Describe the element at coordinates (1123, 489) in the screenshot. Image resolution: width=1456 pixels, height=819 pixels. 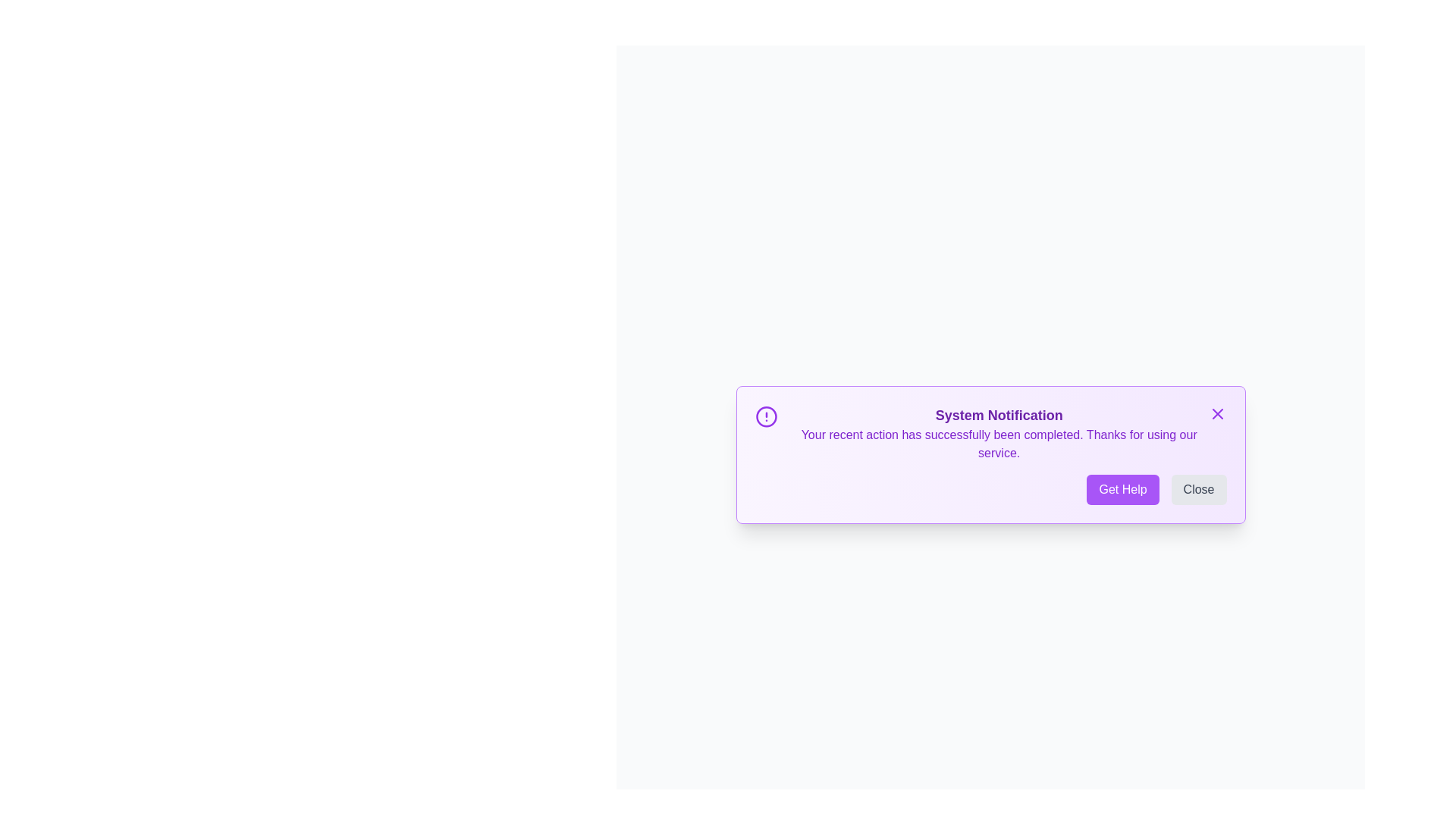
I see `the assistance button located in the bottom-right section of the 'System Notification' dialog box` at that location.